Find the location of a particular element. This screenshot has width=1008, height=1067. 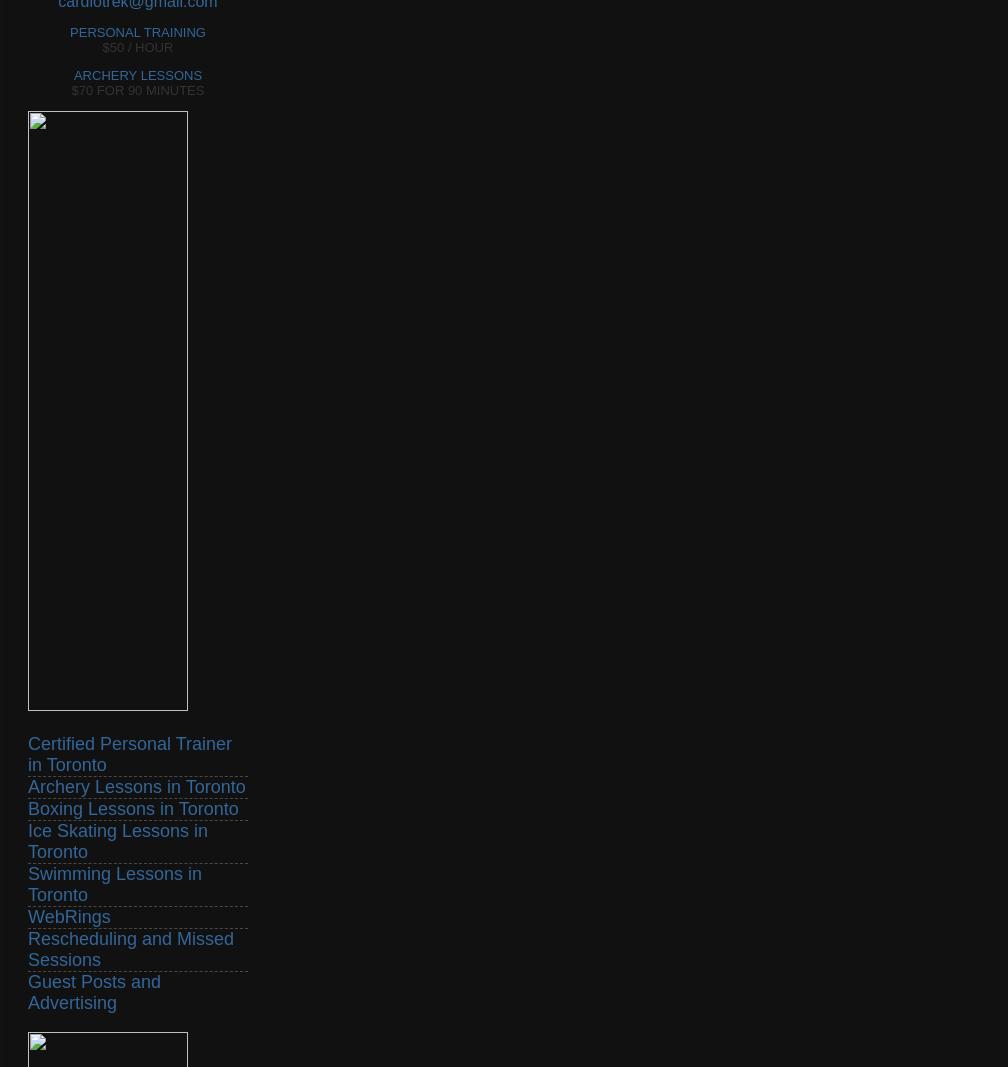

'PERSONAL TRAINING' is located at coordinates (137, 30).